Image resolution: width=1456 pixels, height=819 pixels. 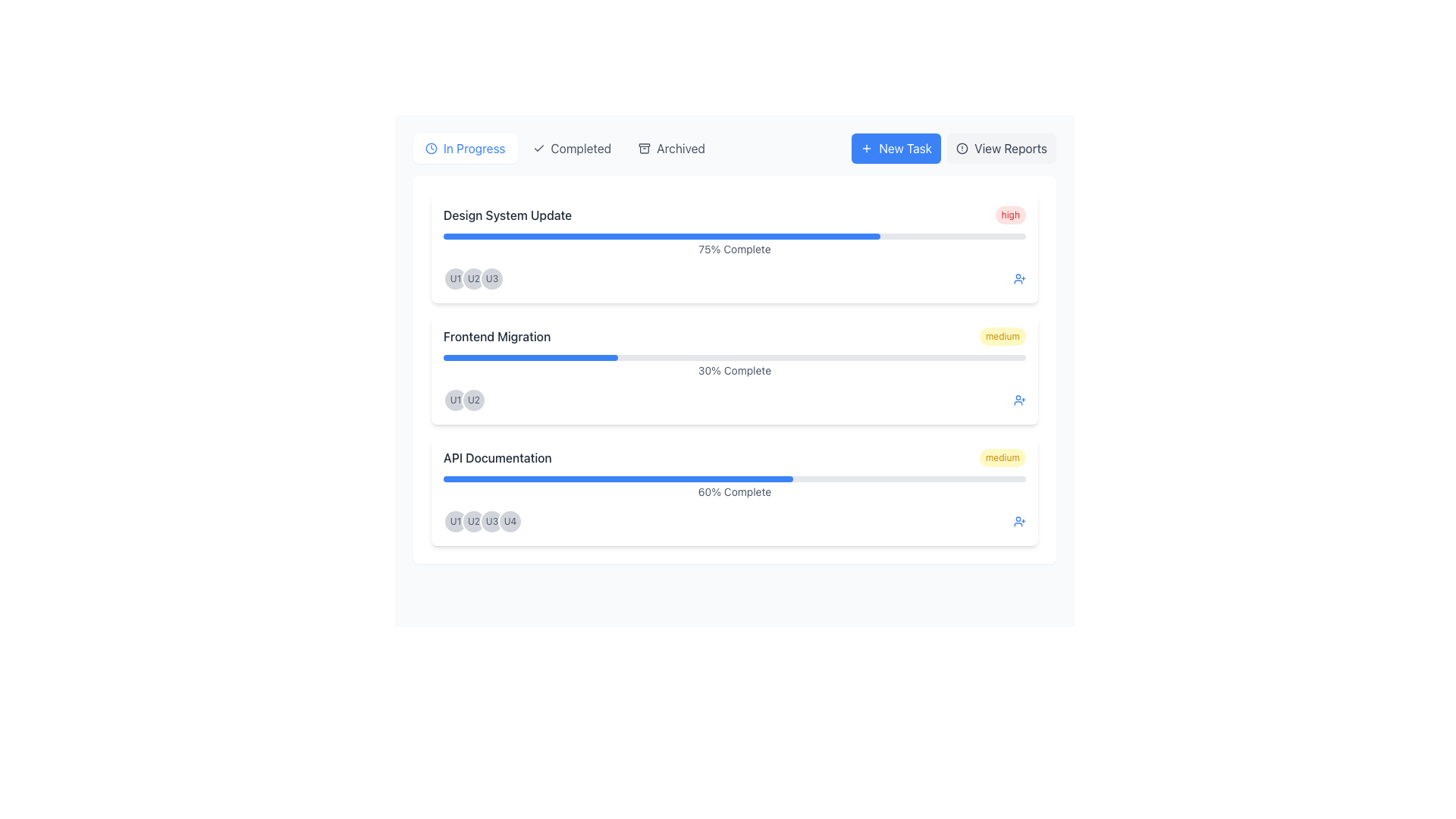 What do you see at coordinates (735, 488) in the screenshot?
I see `the Text Label located within the 'API Documentation' component in the third card from the top, positioned beneath the title and progress bar` at bounding box center [735, 488].